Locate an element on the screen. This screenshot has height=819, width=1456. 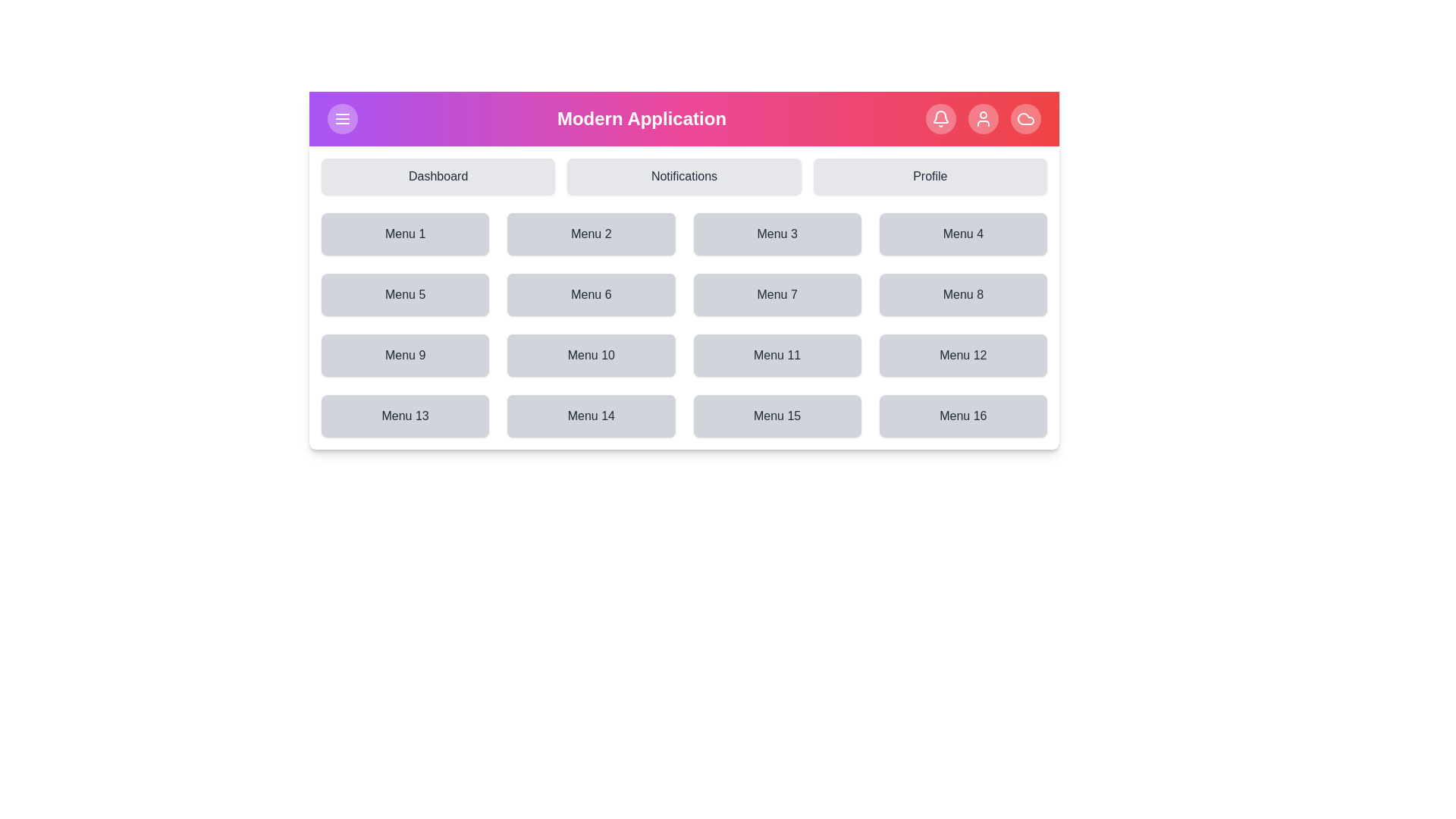
the Dashboard tab in the navigation bar is located at coordinates (438, 175).